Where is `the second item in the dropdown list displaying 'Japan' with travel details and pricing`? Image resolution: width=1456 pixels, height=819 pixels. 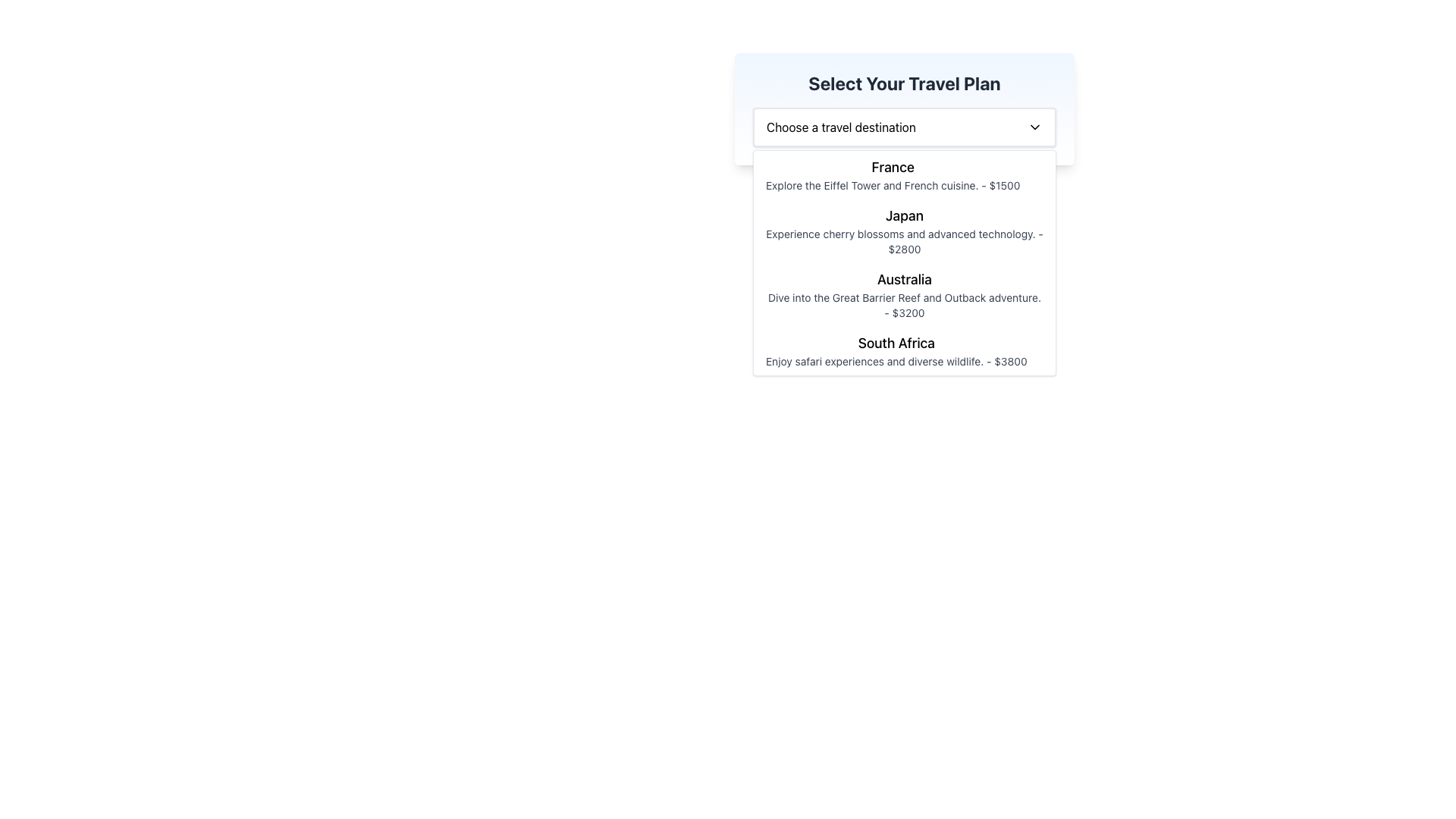
the second item in the dropdown list displaying 'Japan' with travel details and pricing is located at coordinates (905, 231).